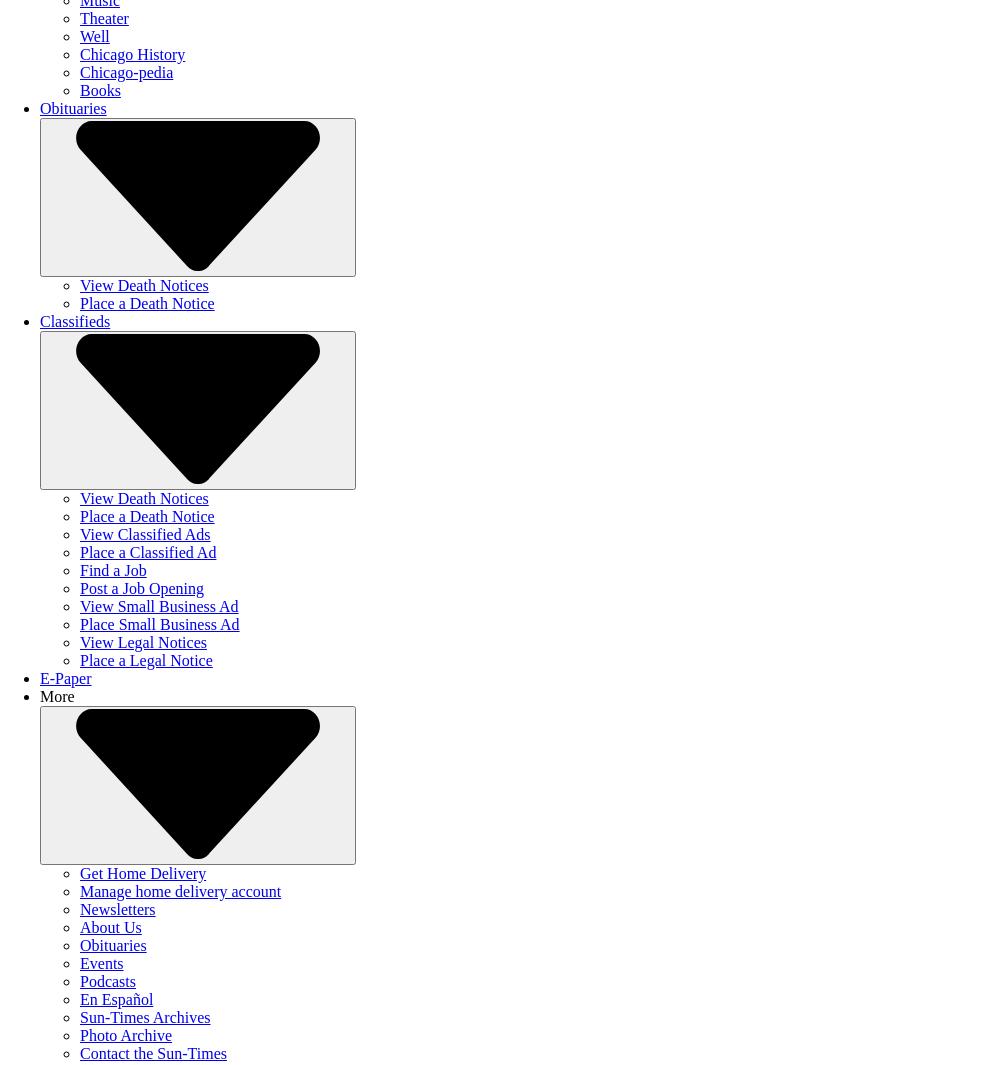 The width and height of the screenshot is (1000, 1065). Describe the element at coordinates (116, 909) in the screenshot. I see `'Newsletters'` at that location.